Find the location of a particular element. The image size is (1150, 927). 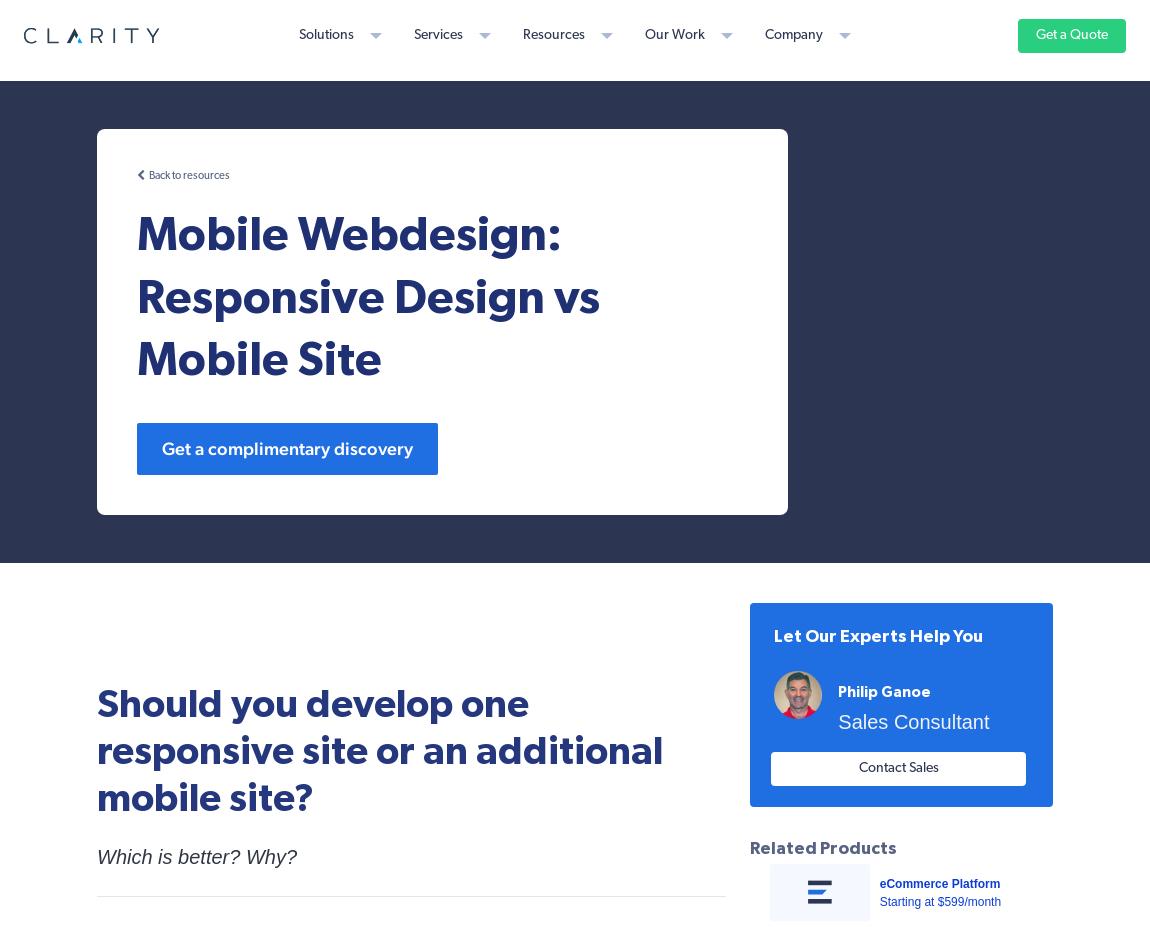

'Sales Consultant' is located at coordinates (913, 721).